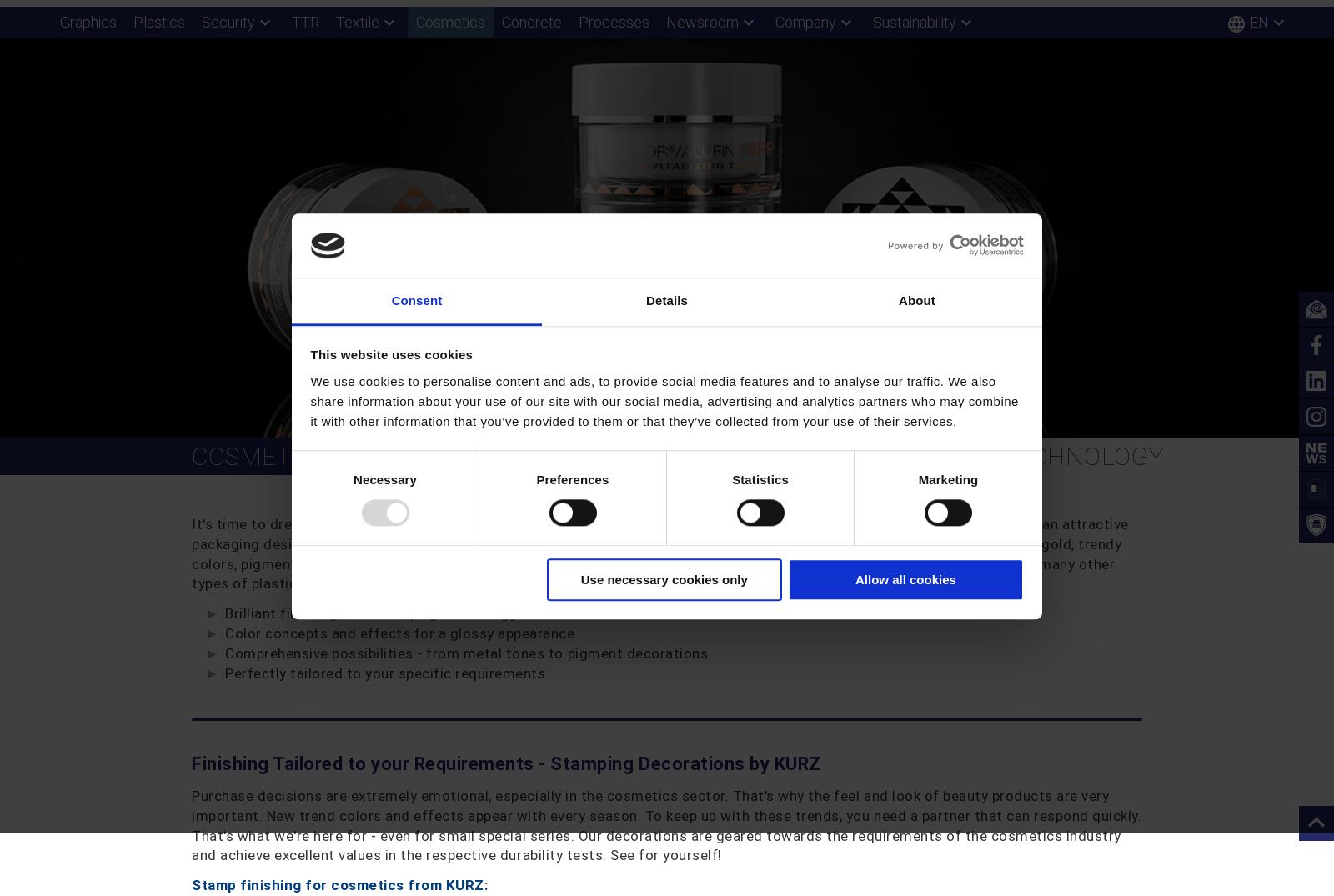 This screenshot has height=896, width=1334. What do you see at coordinates (1226, 501) in the screenshot?
I see `'!'` at bounding box center [1226, 501].